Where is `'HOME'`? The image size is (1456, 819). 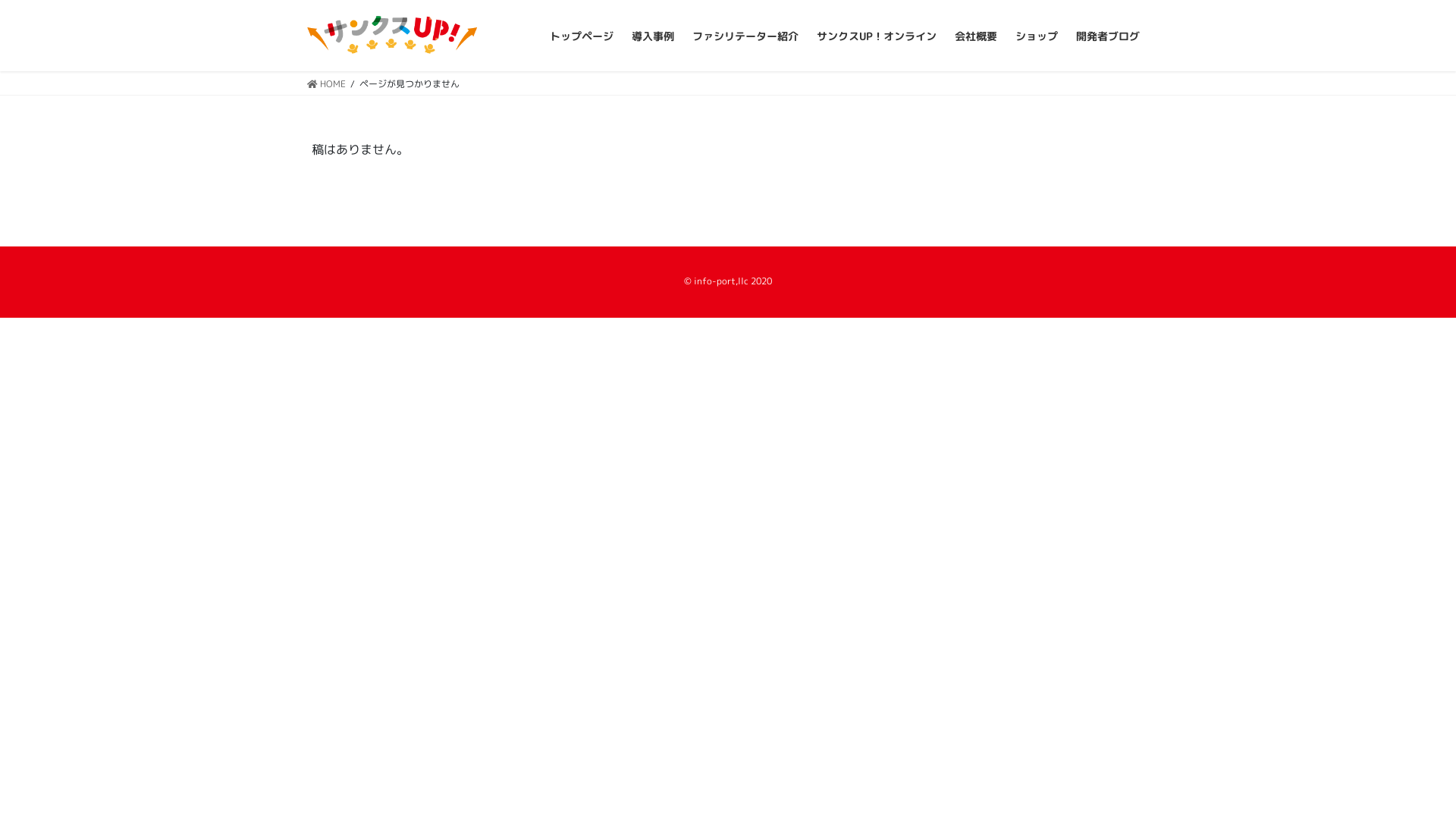
'HOME' is located at coordinates (325, 83).